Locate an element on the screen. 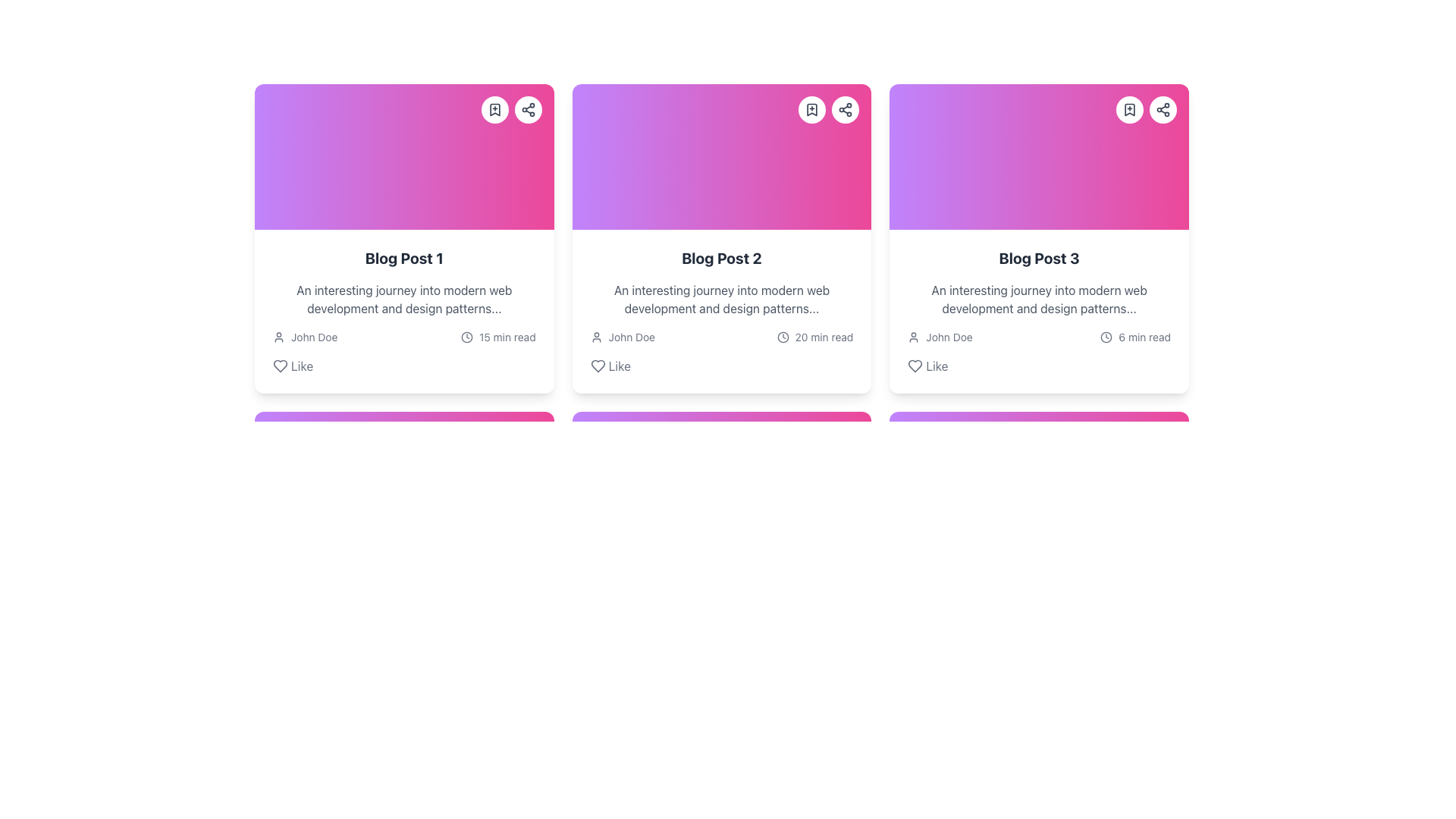 The height and width of the screenshot is (819, 1456). the circular bookmark button with a white background and a black bookmark icon with a plus symbol located in the top-right corner of 'Blog Post 1' to bookmark the post is located at coordinates (494, 109).